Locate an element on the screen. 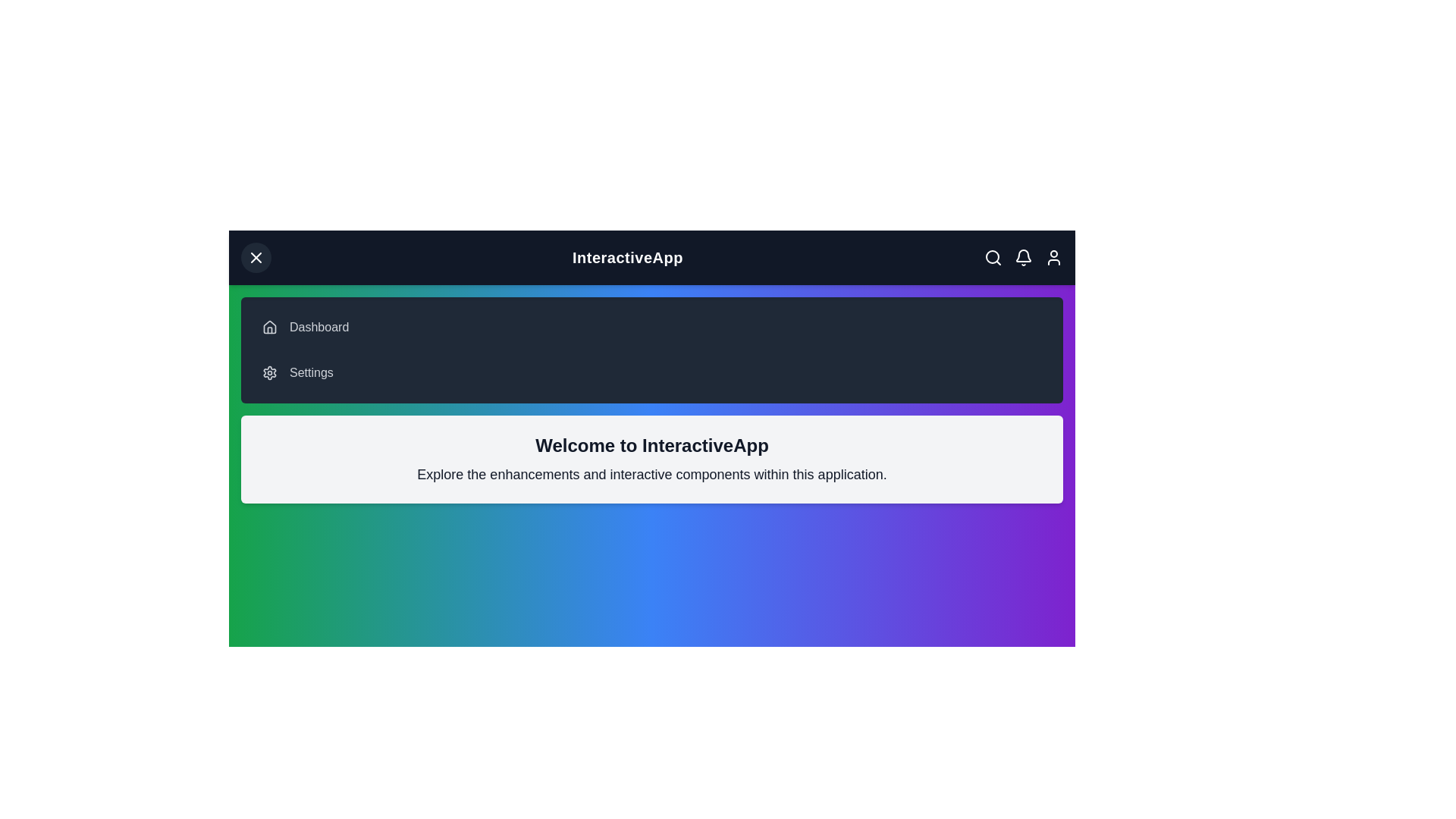 The image size is (1456, 819). the 'Dashboard' menu item in the navigation bar is located at coordinates (318, 327).